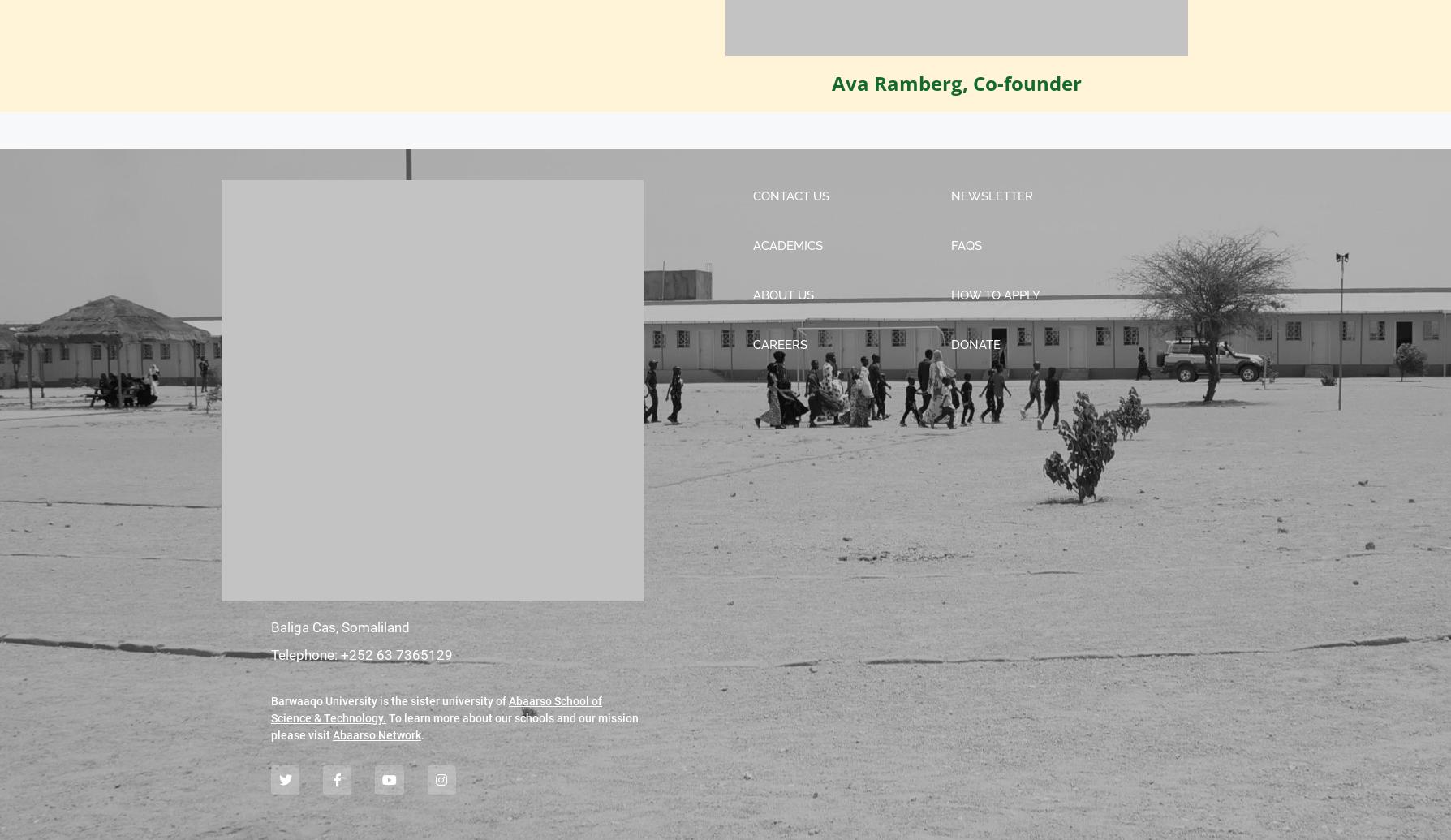  Describe the element at coordinates (790, 196) in the screenshot. I see `'Contact Us'` at that location.